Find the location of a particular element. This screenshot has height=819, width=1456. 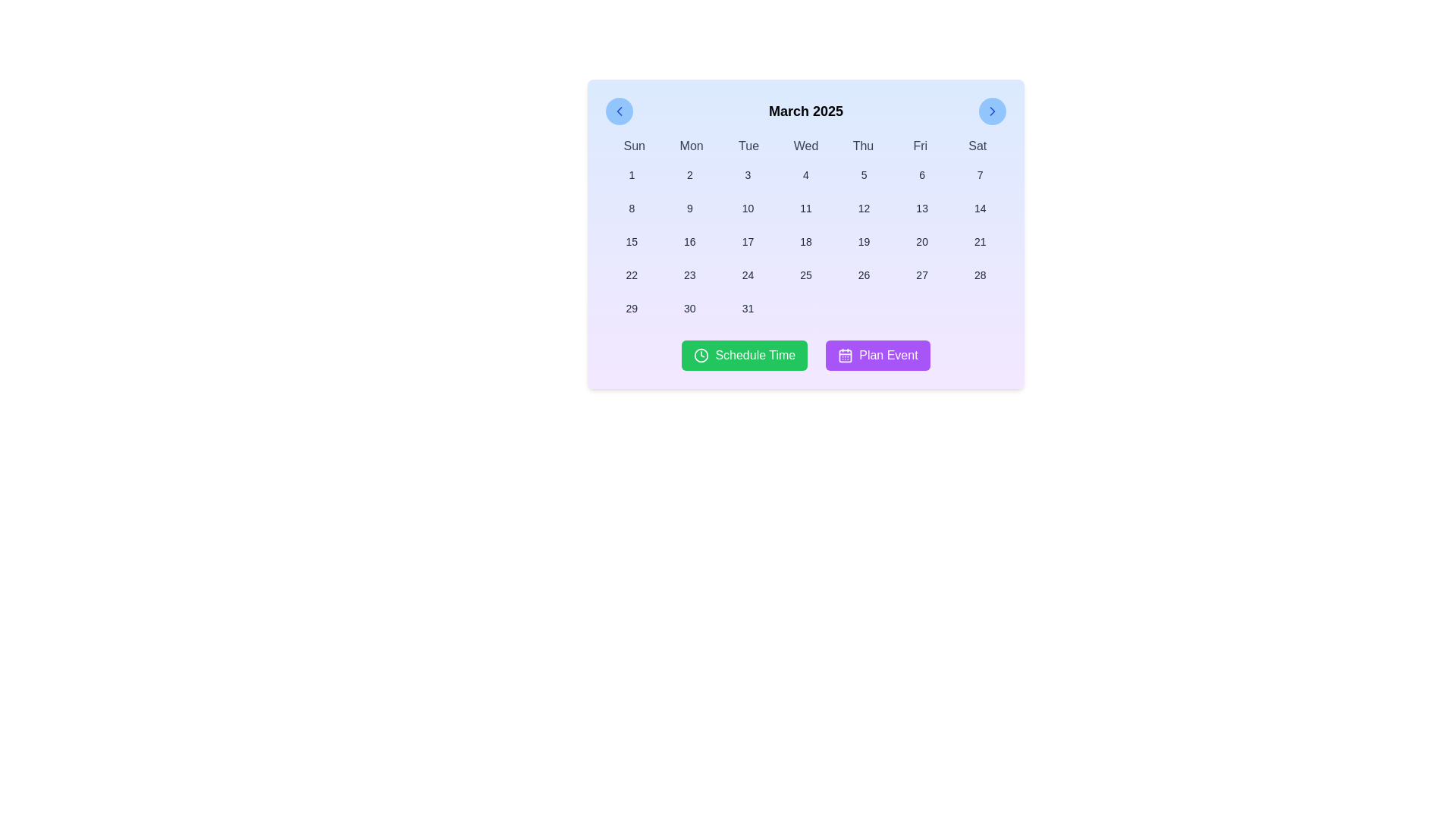

the green 'Schedule Time' button with a white clock icon is located at coordinates (745, 356).